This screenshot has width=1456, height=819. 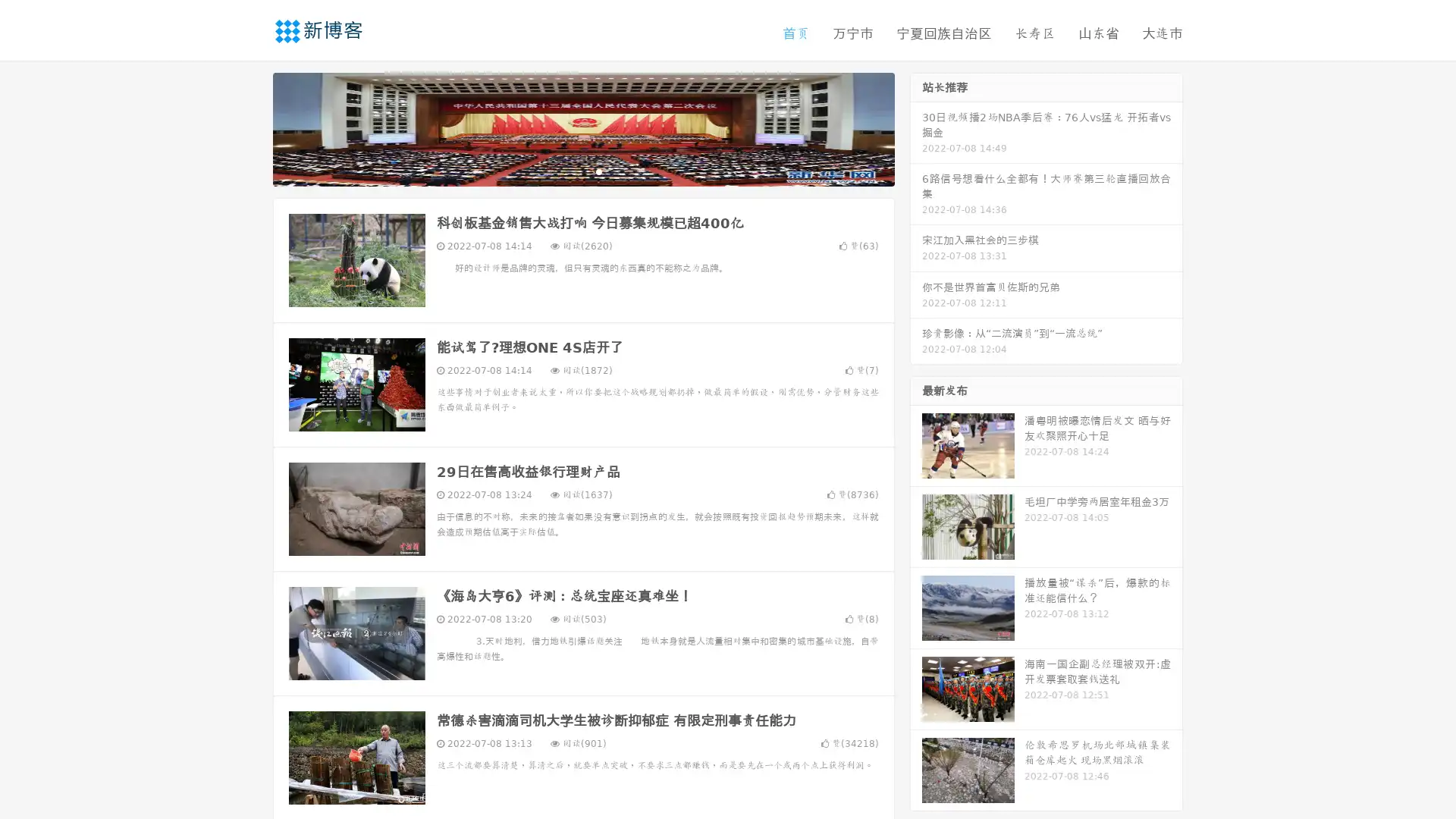 I want to click on Go to slide 3, so click(x=598, y=171).